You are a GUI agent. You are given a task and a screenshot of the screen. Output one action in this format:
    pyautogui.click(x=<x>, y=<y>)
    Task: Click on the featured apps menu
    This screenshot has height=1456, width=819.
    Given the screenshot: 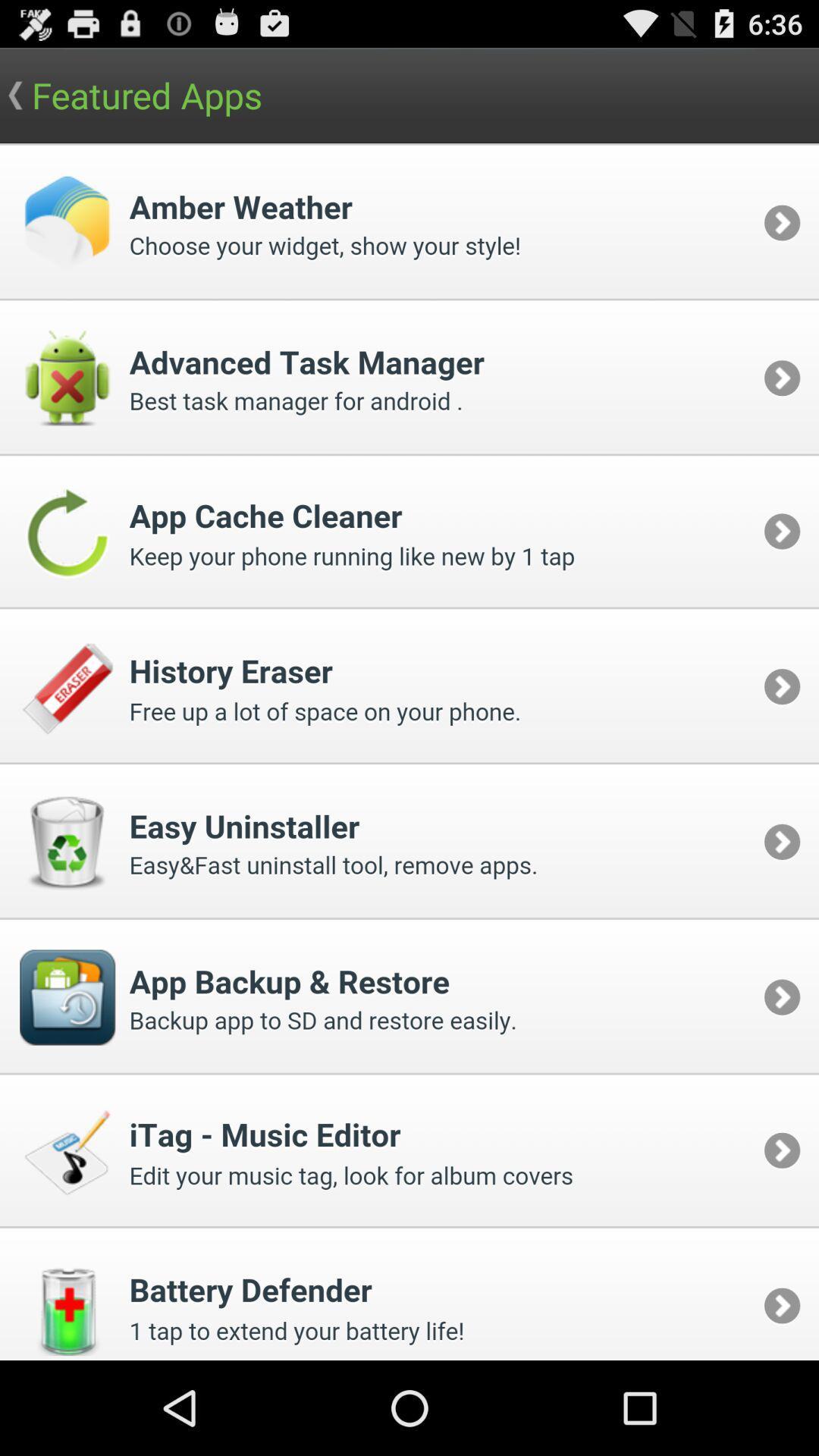 What is the action you would take?
    pyautogui.click(x=409, y=752)
    